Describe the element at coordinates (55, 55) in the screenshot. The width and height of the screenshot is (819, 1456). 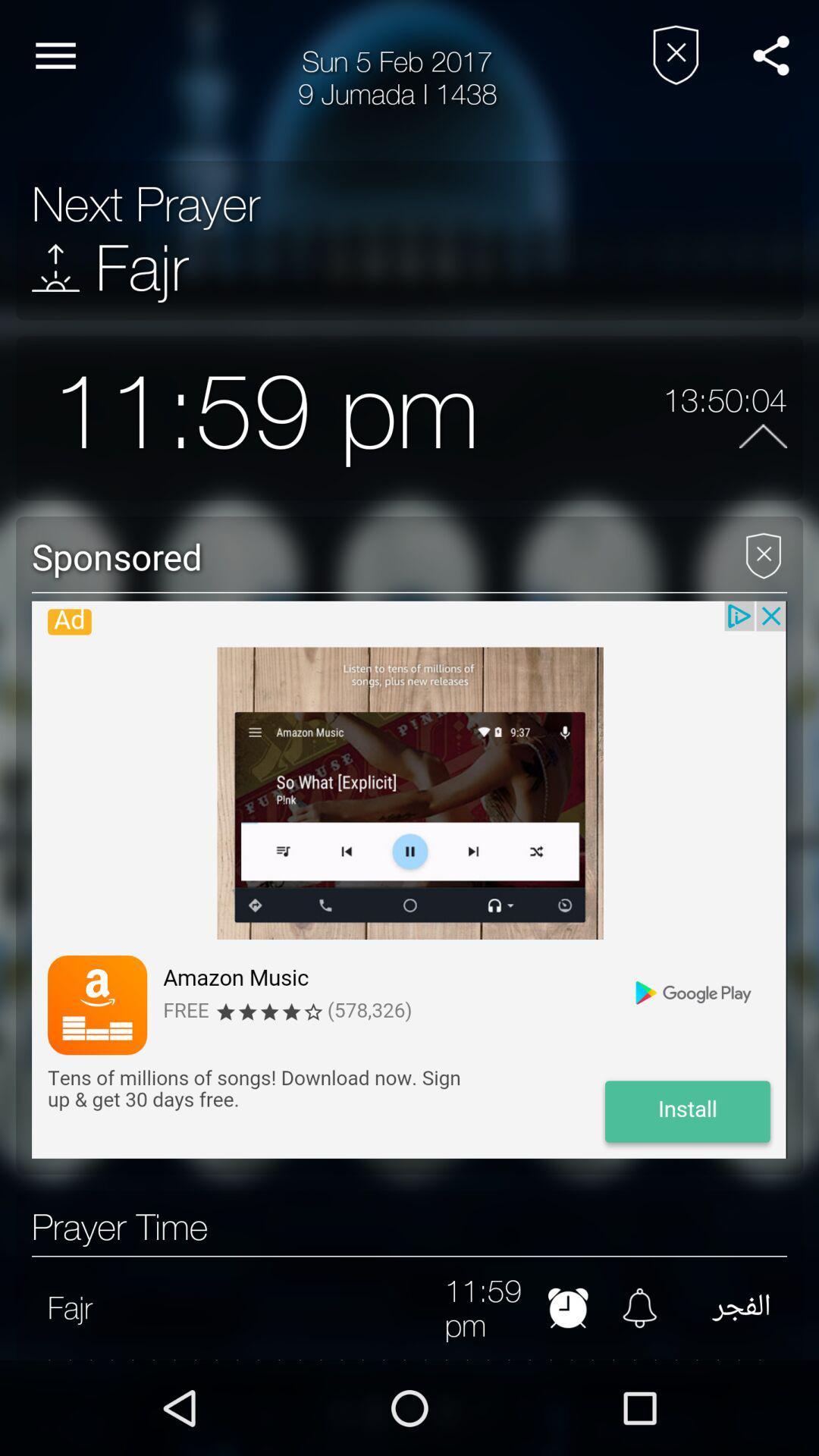
I see `item to the left of 9 jumada i` at that location.